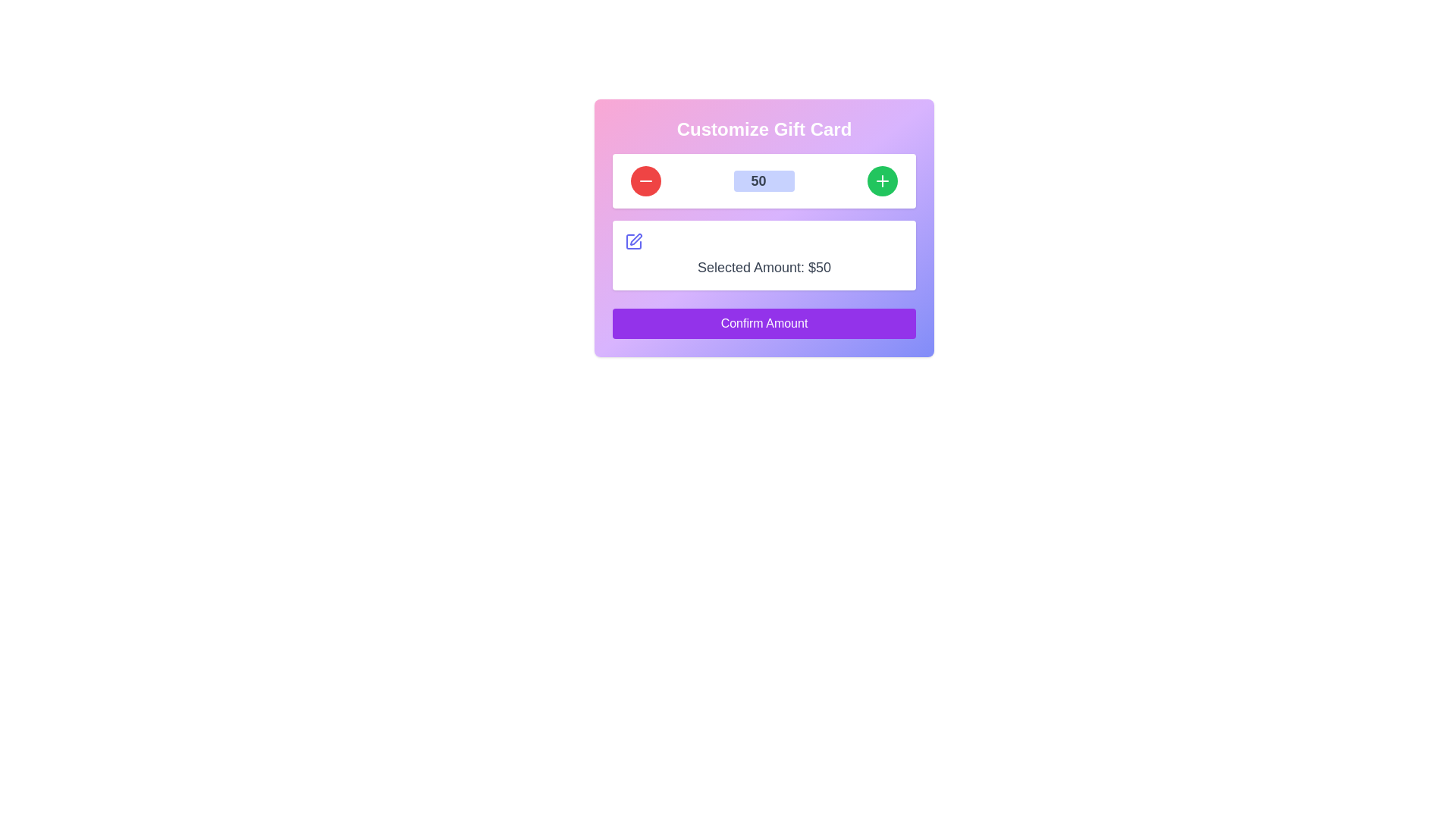 This screenshot has height=819, width=1456. Describe the element at coordinates (764, 323) in the screenshot. I see `the rectangular button labeled 'Confirm Amount' with a purple background and white text, located below the '$50' amount in the 'Customize Gift Card' section` at that location.